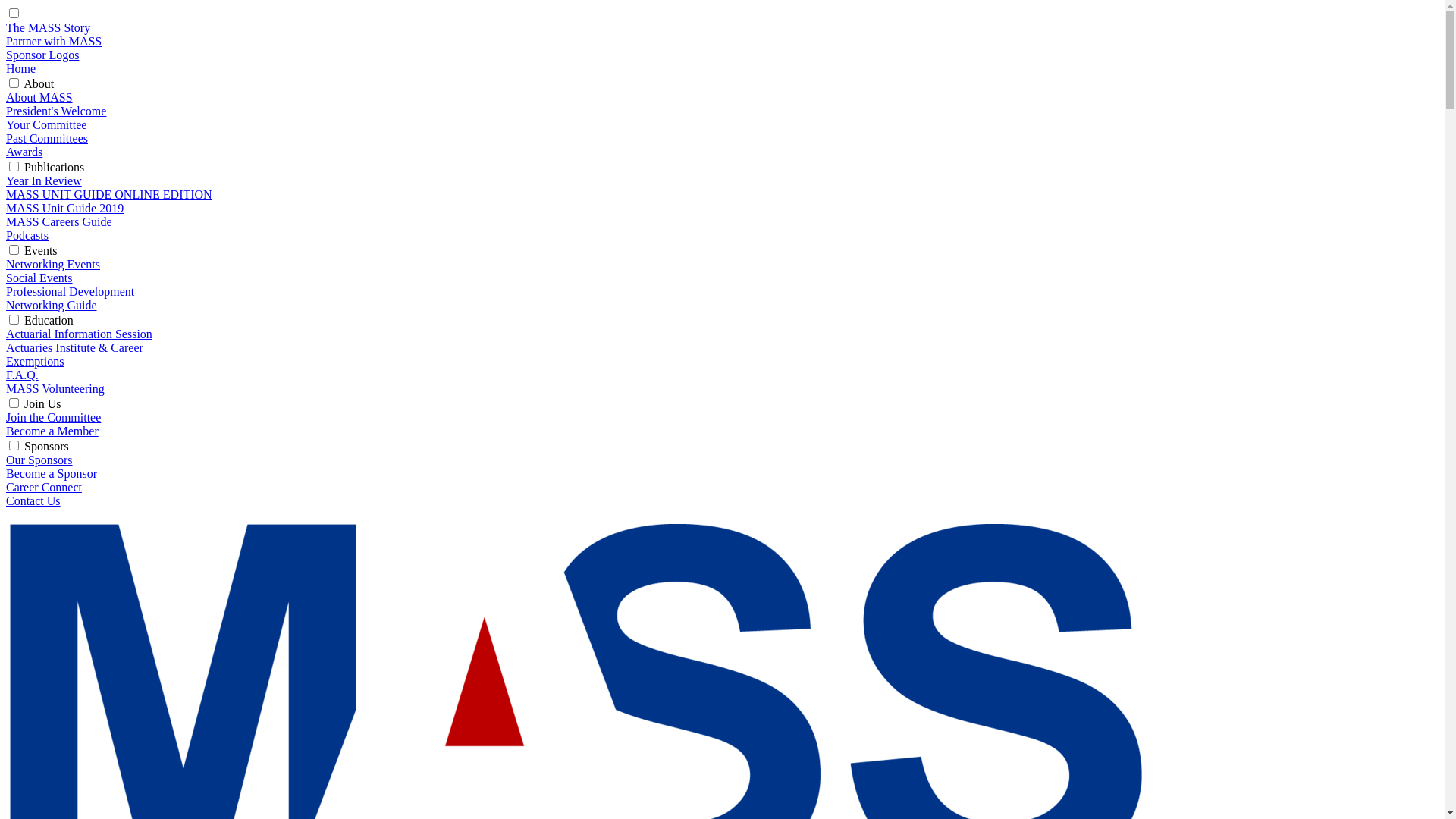 This screenshot has width=1456, height=819. What do you see at coordinates (39, 97) in the screenshot?
I see `'About MASS'` at bounding box center [39, 97].